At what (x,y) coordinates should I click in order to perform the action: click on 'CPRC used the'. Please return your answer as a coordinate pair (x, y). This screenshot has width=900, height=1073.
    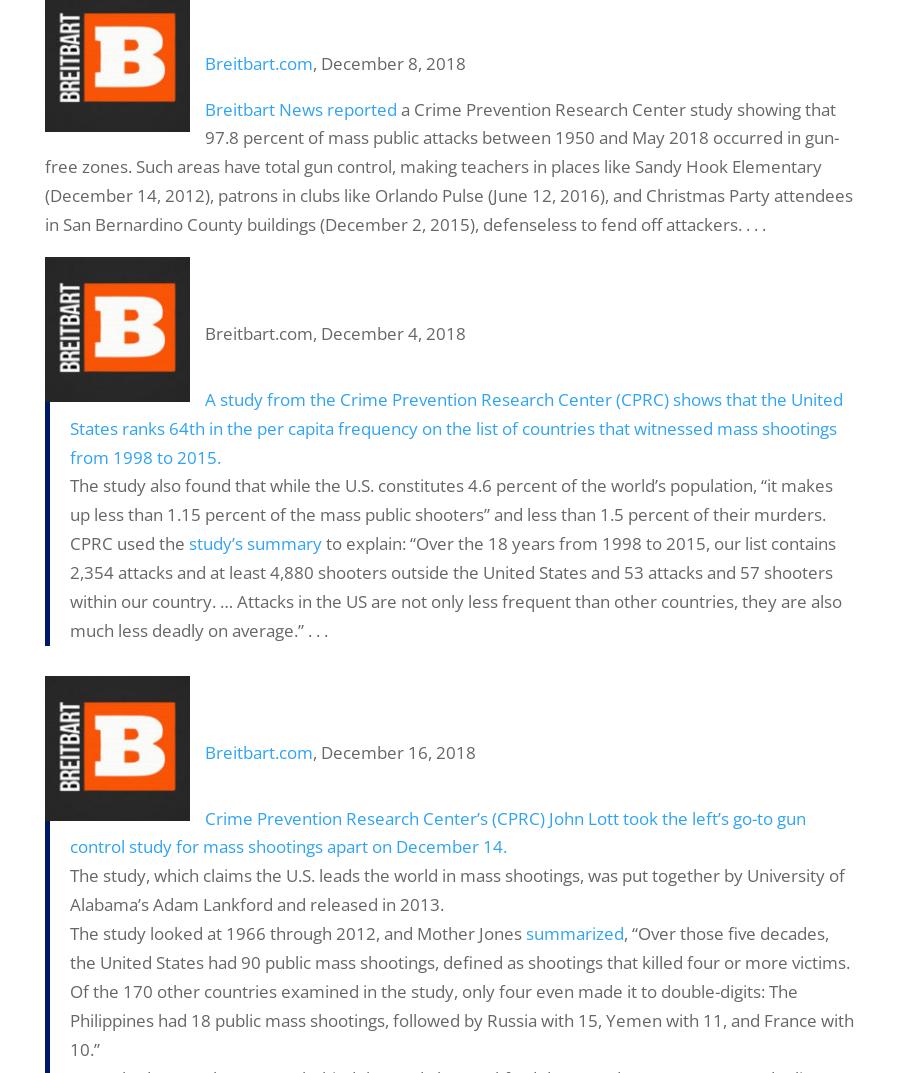
    Looking at the image, I should click on (129, 543).